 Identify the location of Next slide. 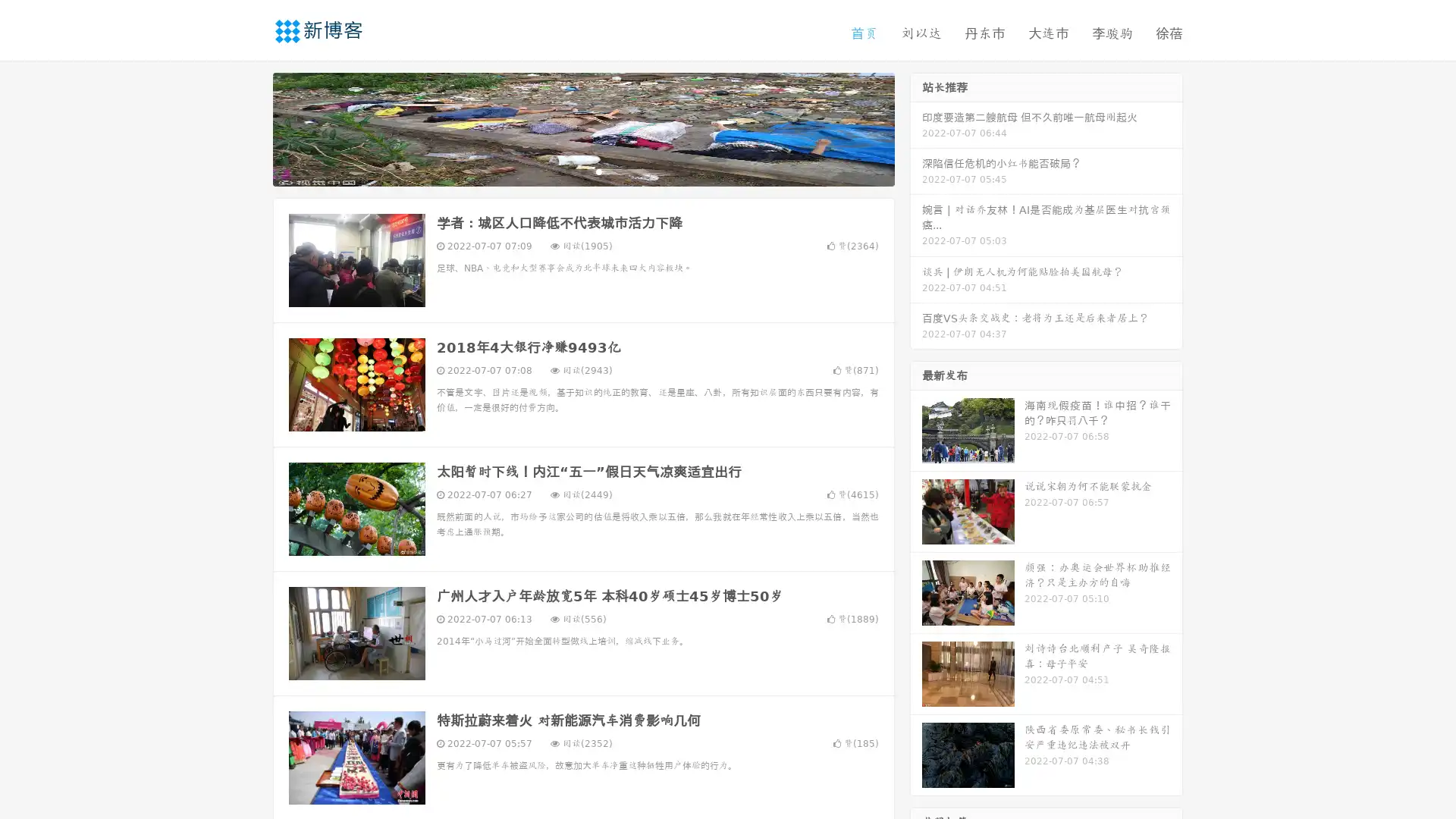
(916, 127).